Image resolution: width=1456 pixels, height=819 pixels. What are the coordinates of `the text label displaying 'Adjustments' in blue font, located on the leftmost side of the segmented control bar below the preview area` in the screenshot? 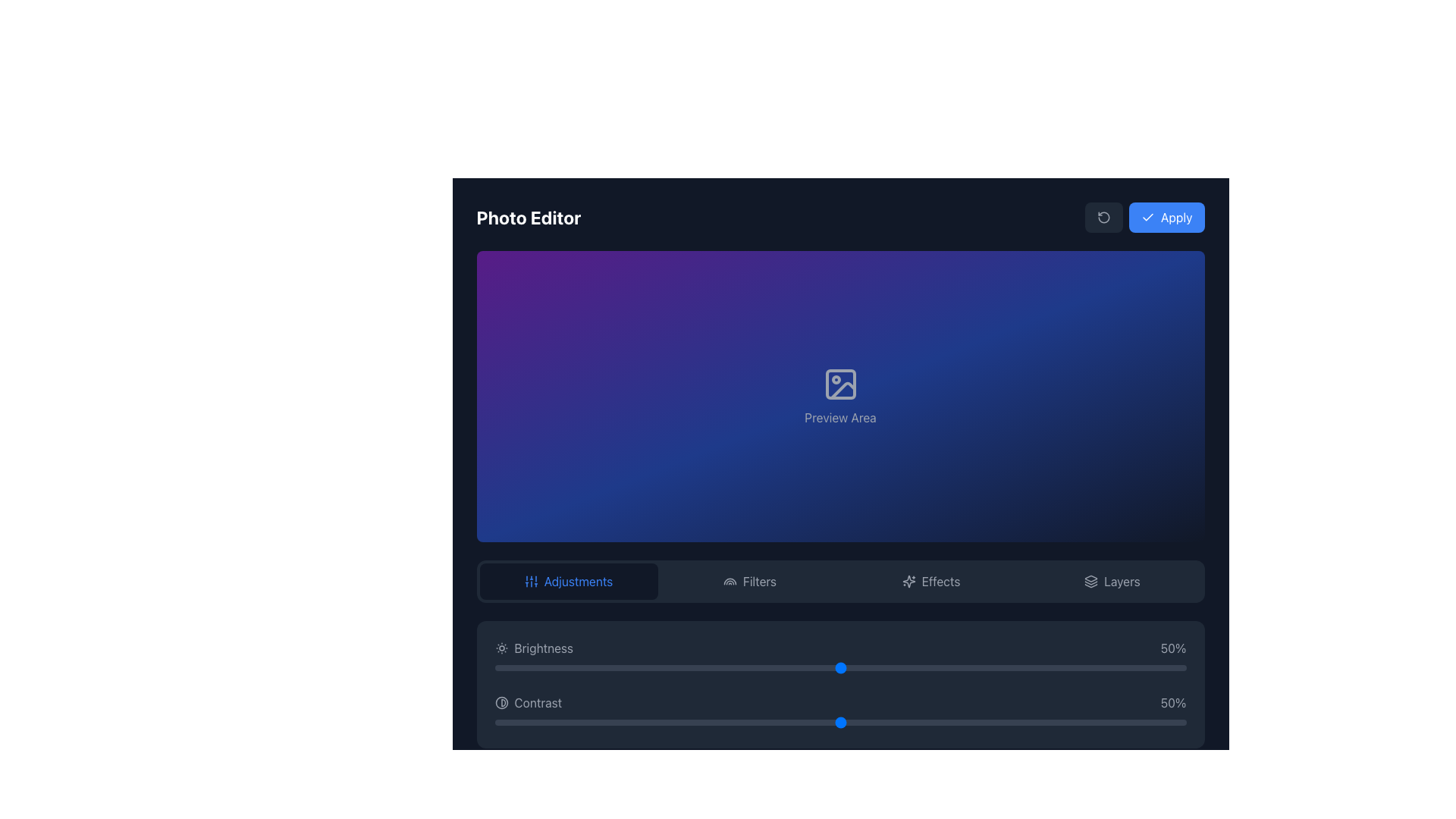 It's located at (578, 581).